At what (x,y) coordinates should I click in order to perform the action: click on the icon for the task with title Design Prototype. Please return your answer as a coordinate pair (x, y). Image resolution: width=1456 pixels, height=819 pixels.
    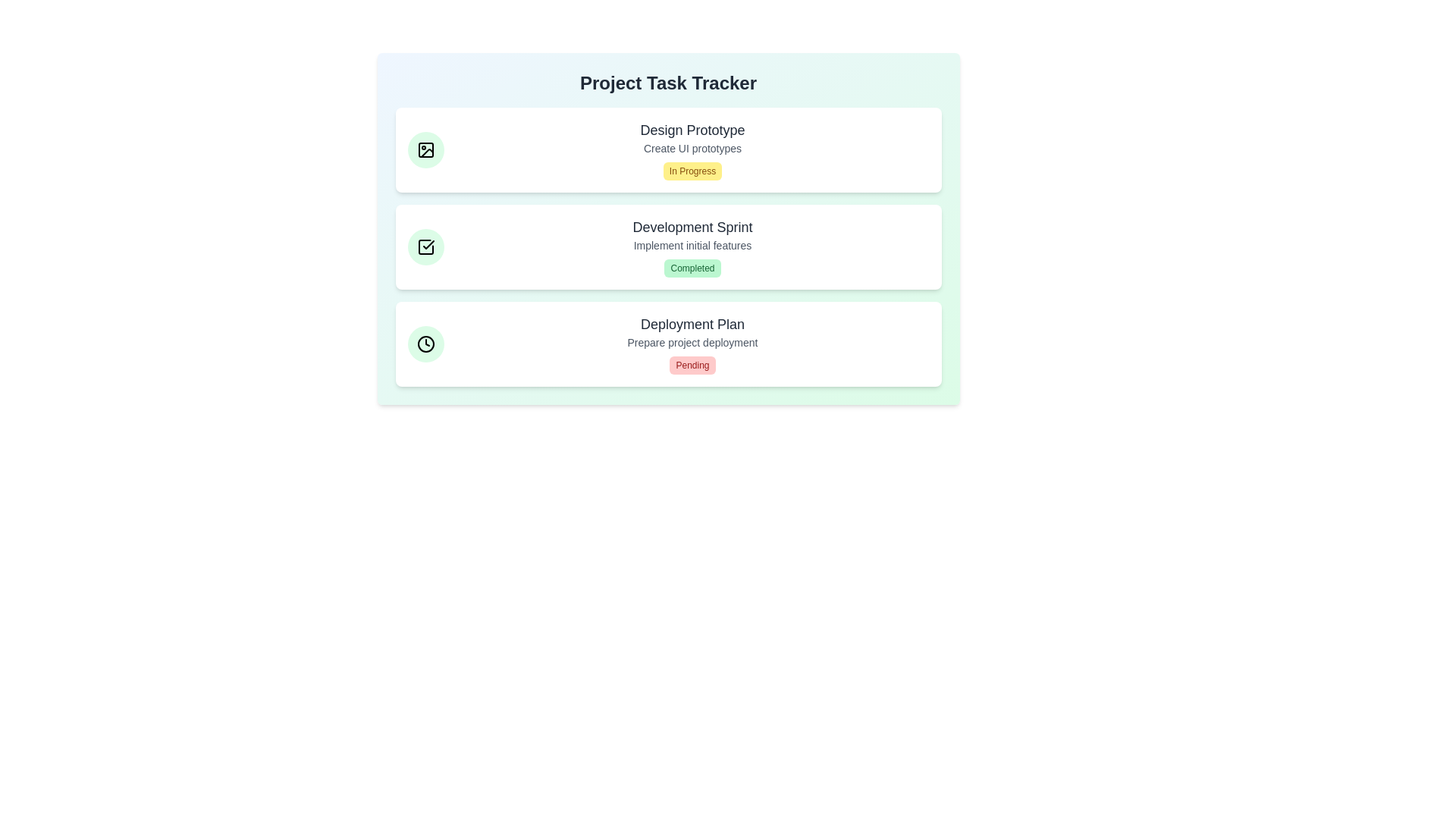
    Looking at the image, I should click on (425, 149).